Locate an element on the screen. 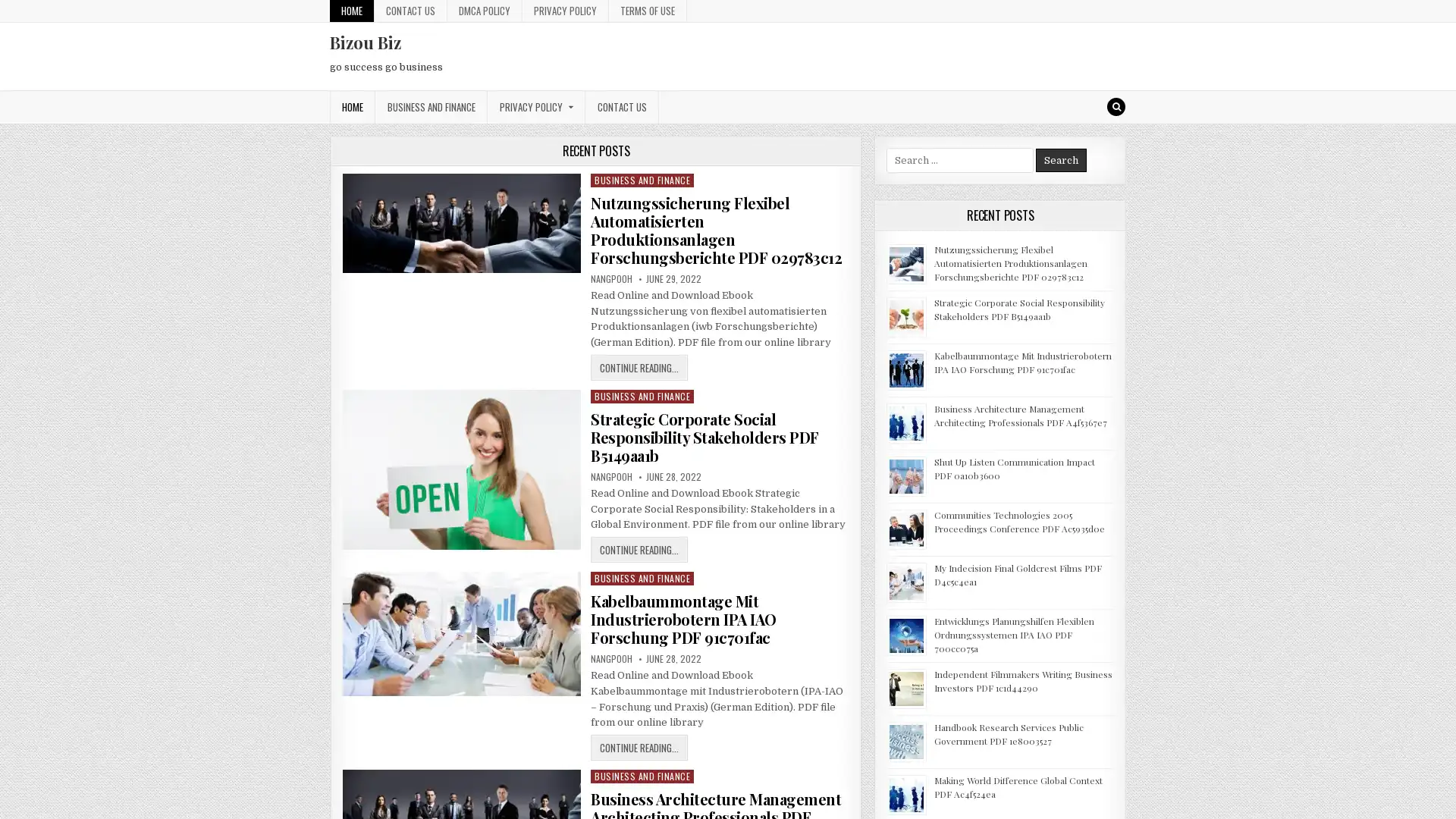 The width and height of the screenshot is (1456, 819). Search is located at coordinates (1060, 160).